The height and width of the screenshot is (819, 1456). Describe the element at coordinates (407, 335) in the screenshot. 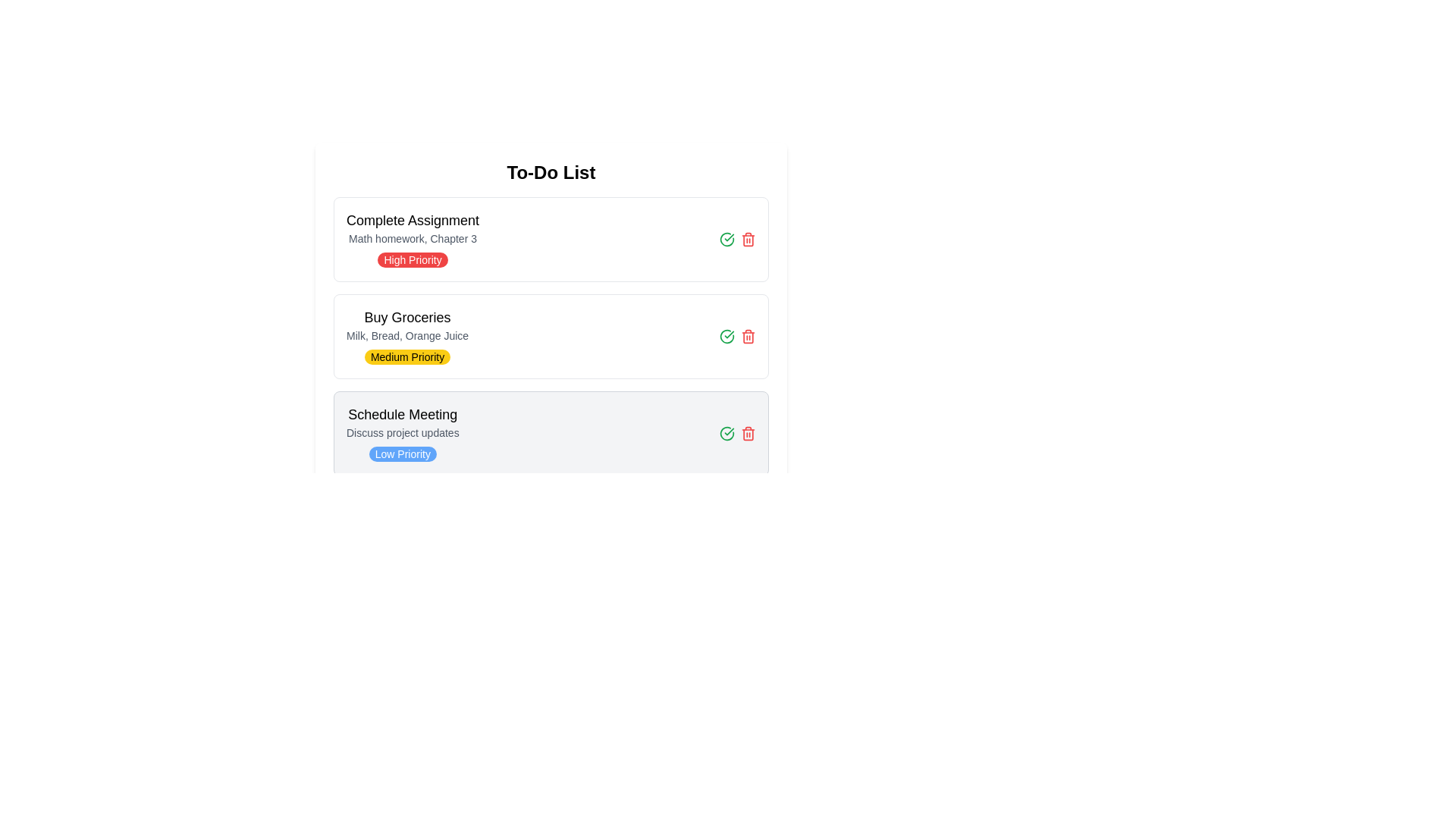

I see `text of the to-do task titled 'Buy Groceries' which includes the items 'Milk, Bread, Orange Juice' and its priority level 'Medium Priority'` at that location.